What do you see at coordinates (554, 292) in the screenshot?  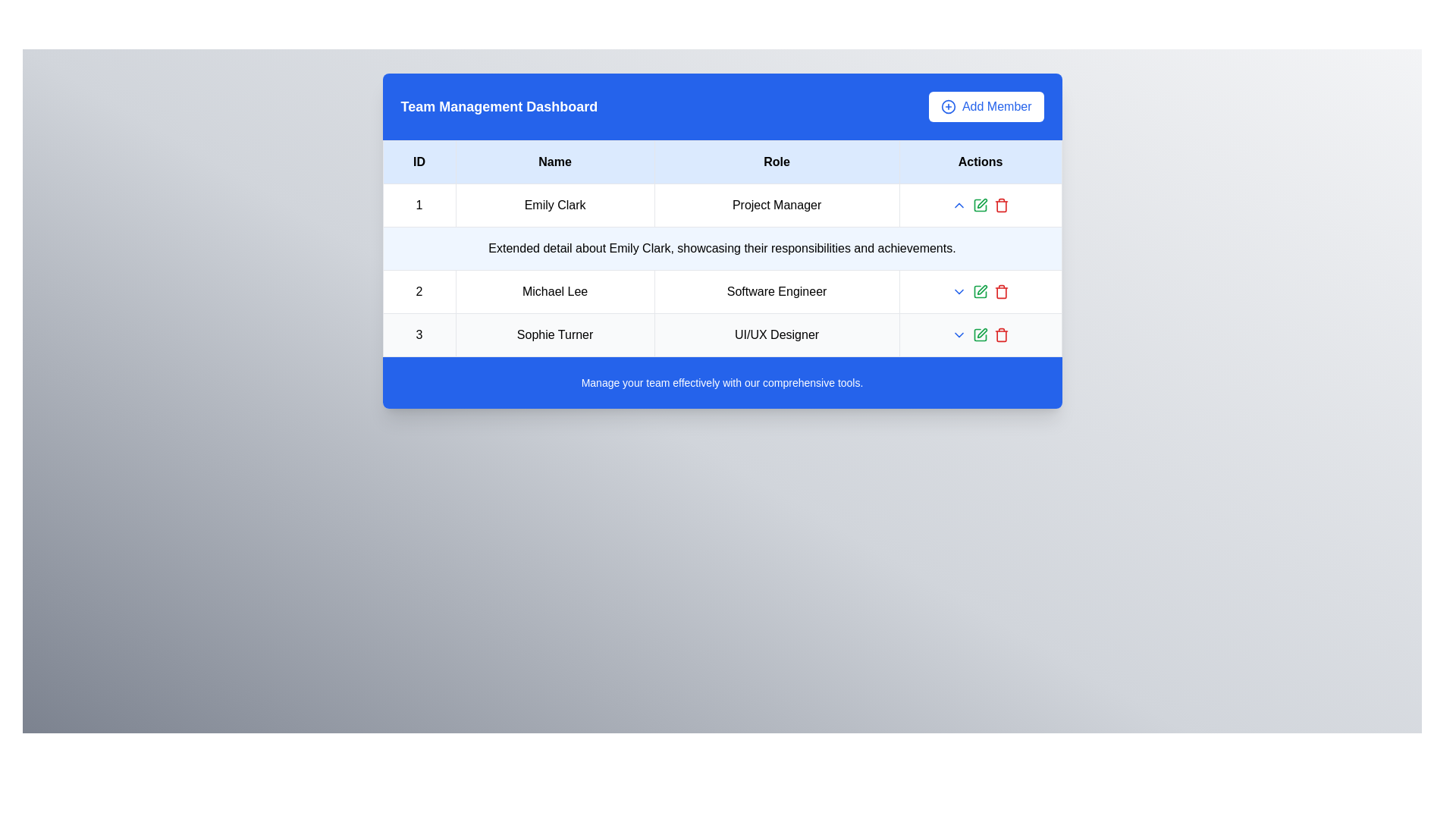 I see `the static text displaying the name 'Michael Lee' in the second row of the table under the 'Name' column` at bounding box center [554, 292].